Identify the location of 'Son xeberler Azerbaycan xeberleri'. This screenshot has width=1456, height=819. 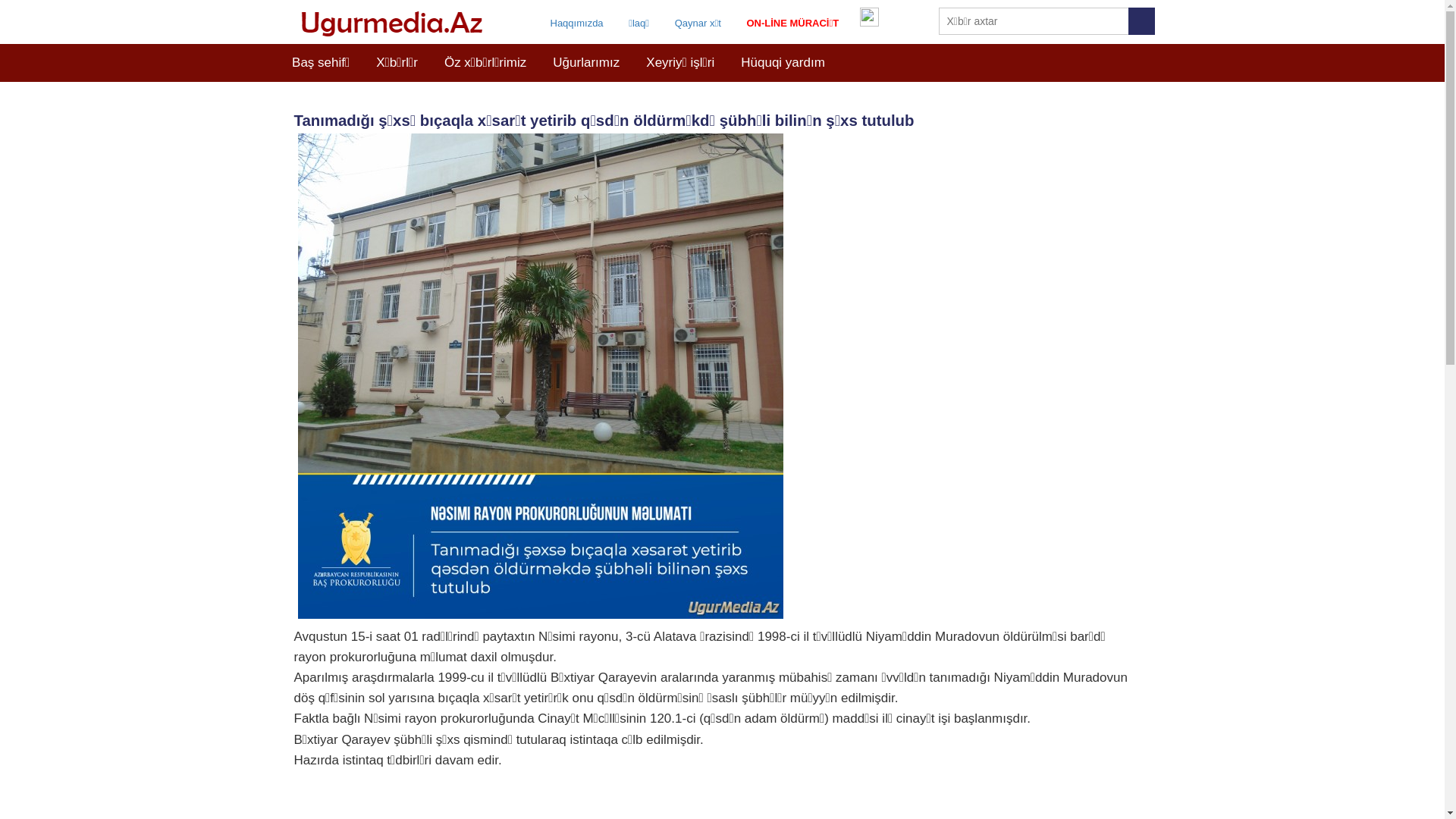
(290, 24).